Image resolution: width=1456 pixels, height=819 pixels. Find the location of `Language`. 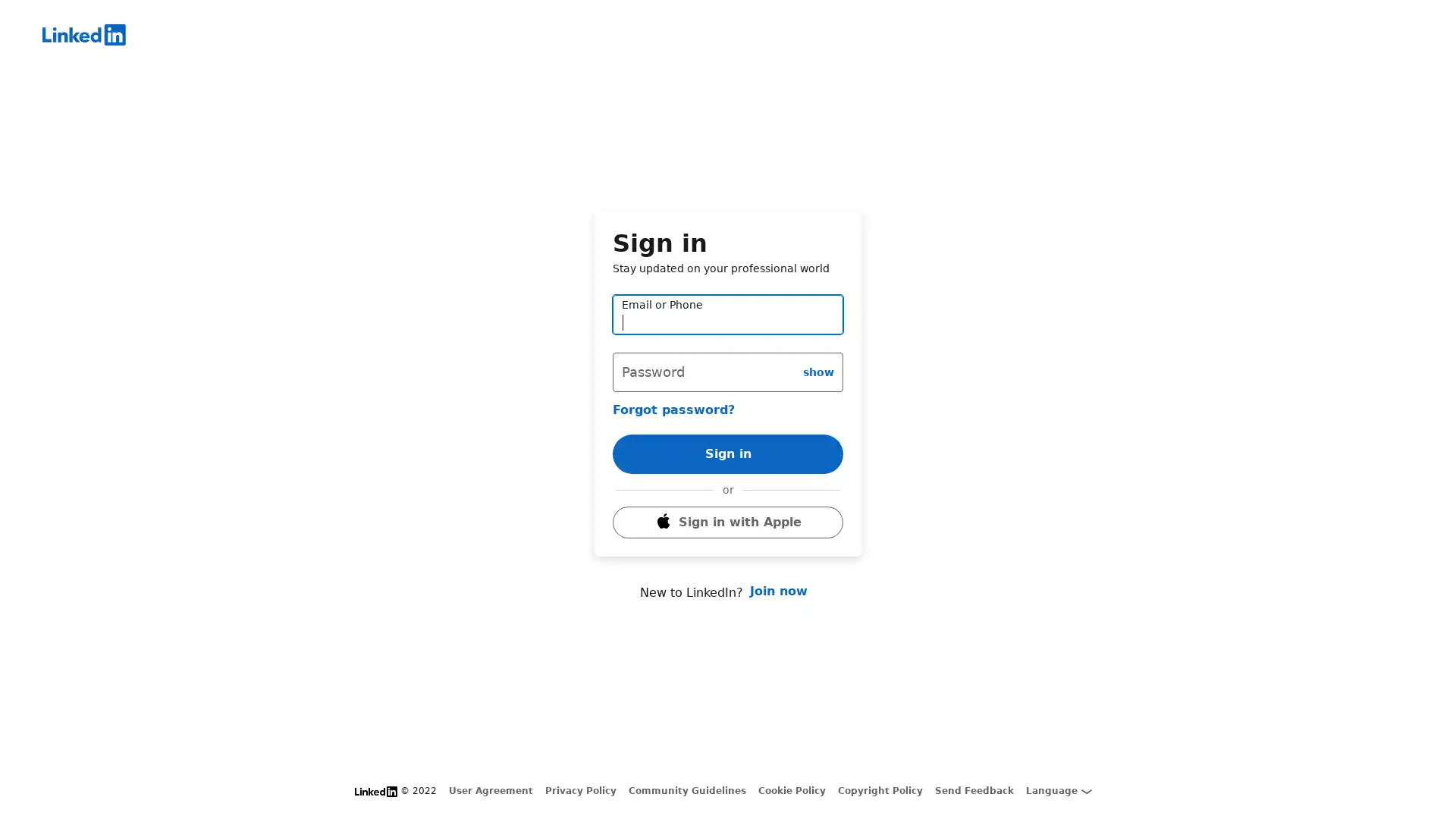

Language is located at coordinates (1058, 790).